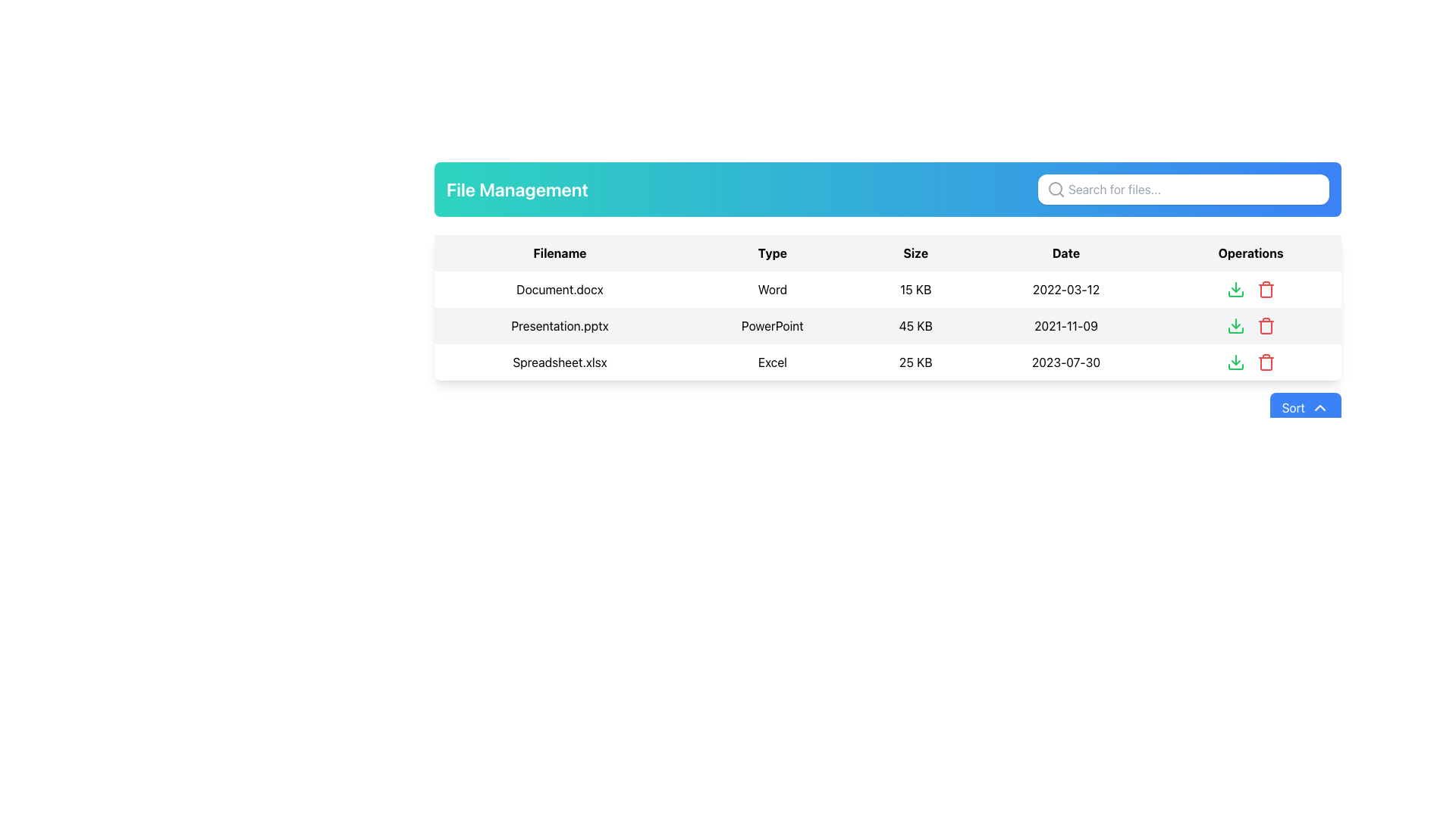 The image size is (1456, 819). Describe the element at coordinates (1235, 366) in the screenshot. I see `the bottom portion of the download icon in the 'Operations' column for 'Spreadsheet.xlsx' to initiate the download` at that location.